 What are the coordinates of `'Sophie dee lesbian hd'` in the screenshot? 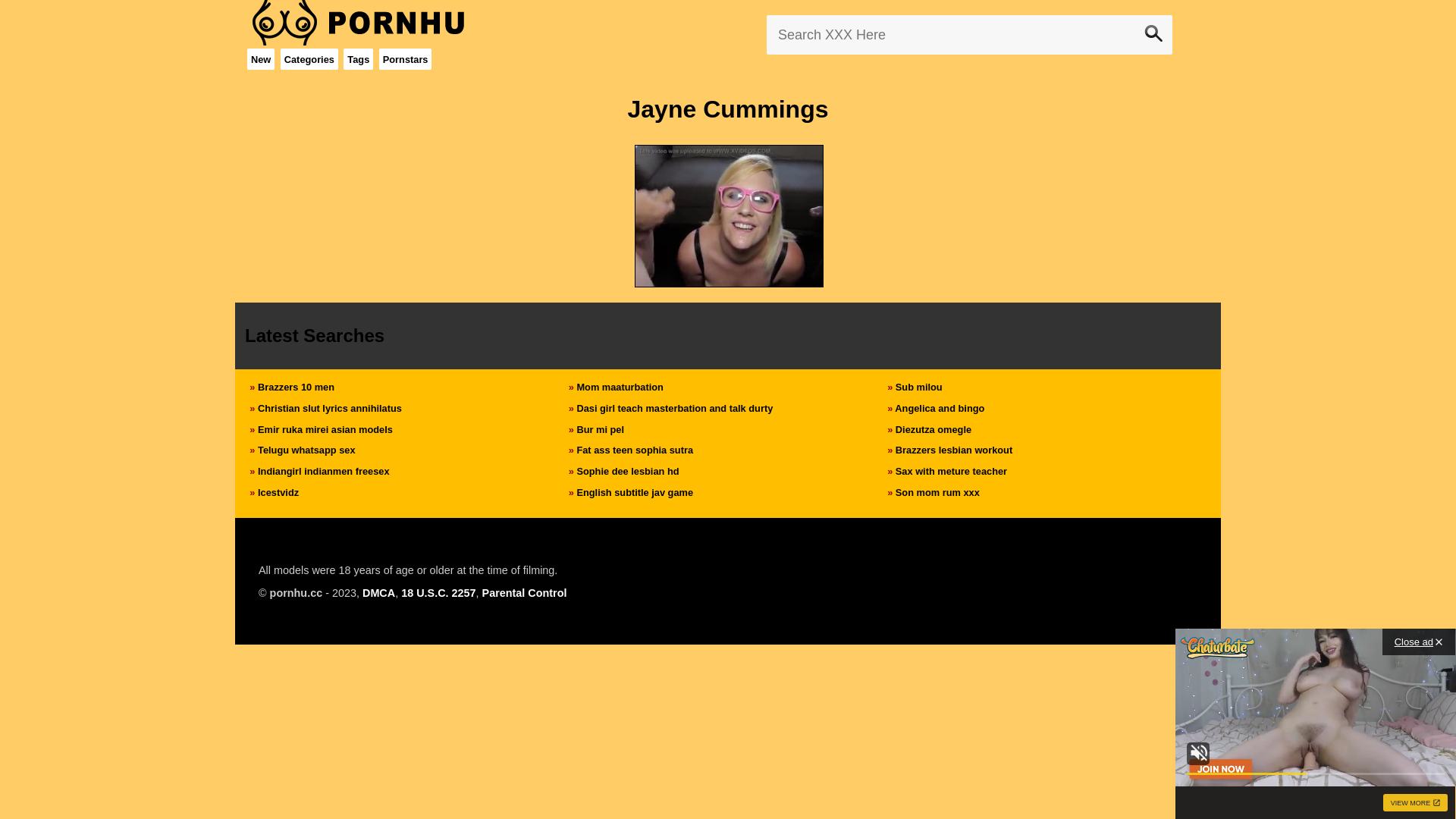 It's located at (627, 470).